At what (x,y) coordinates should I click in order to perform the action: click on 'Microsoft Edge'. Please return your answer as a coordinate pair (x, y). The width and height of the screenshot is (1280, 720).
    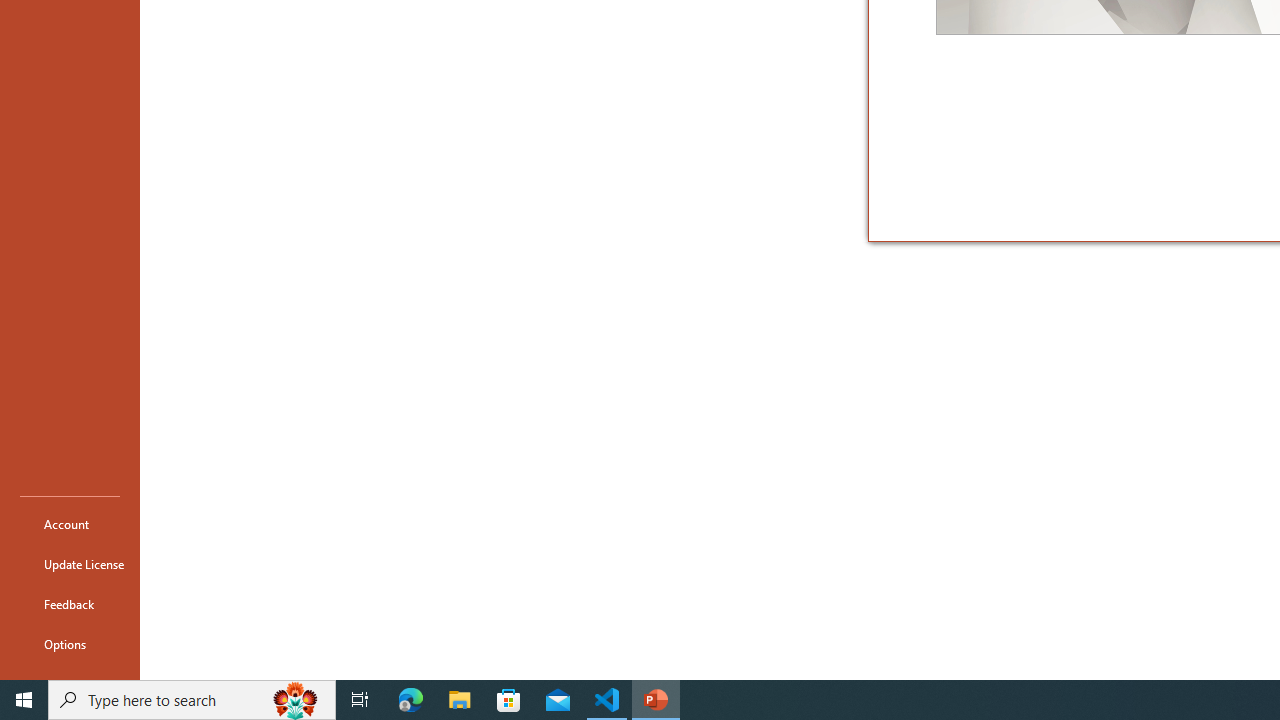
    Looking at the image, I should click on (410, 698).